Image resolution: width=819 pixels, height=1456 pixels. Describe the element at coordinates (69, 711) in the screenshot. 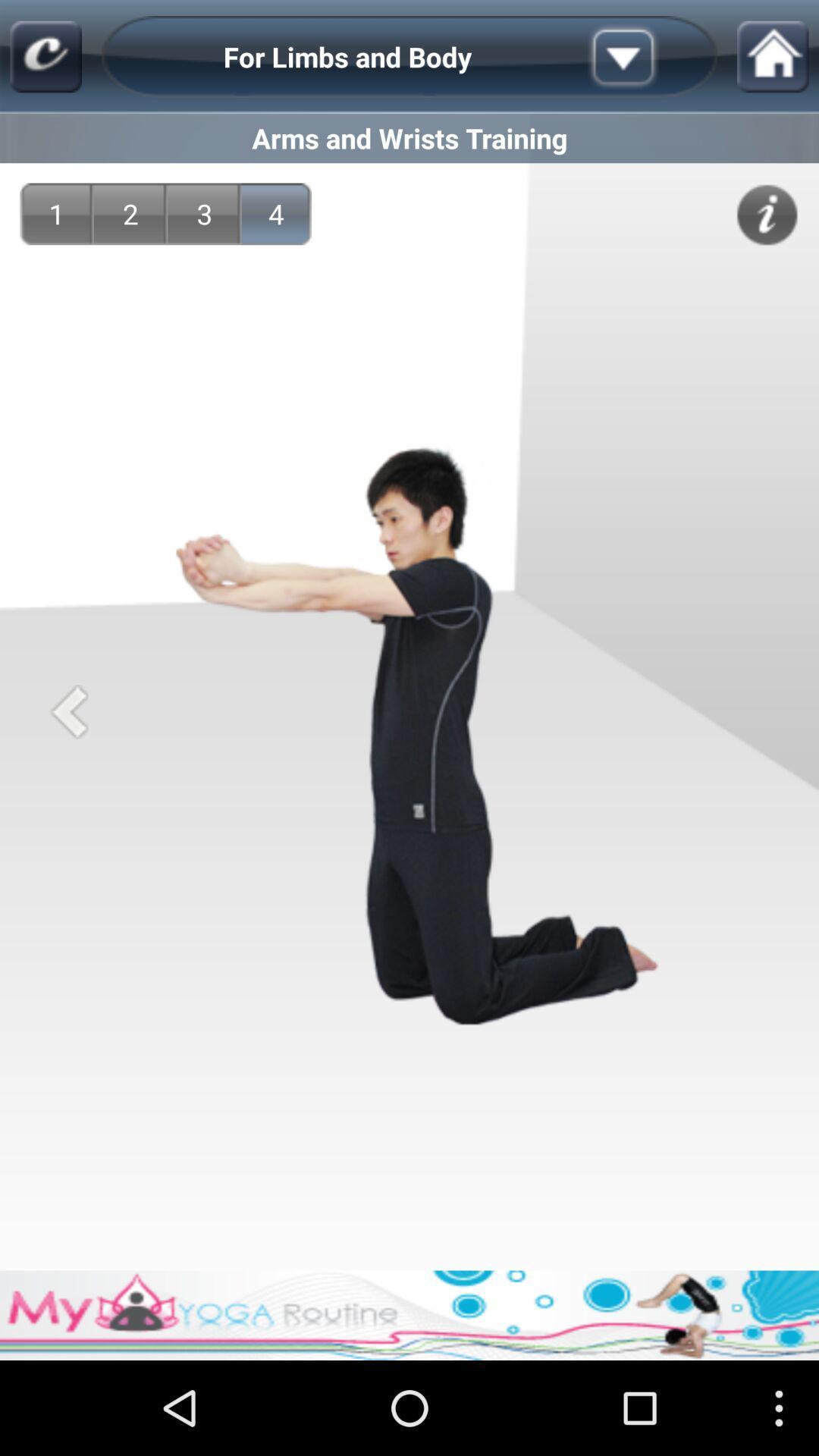

I see `go back` at that location.